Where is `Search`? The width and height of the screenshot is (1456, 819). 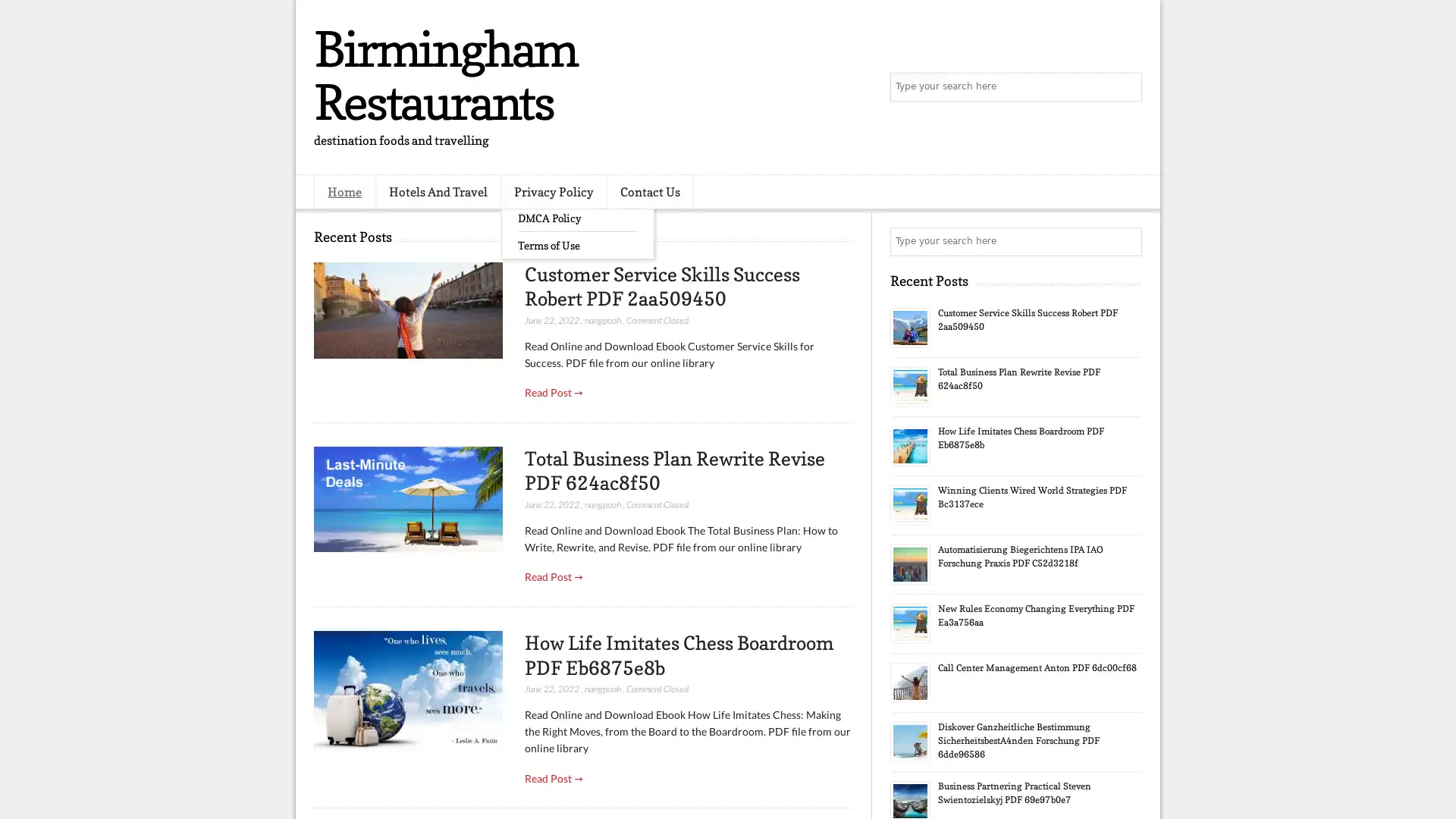 Search is located at coordinates (1126, 241).